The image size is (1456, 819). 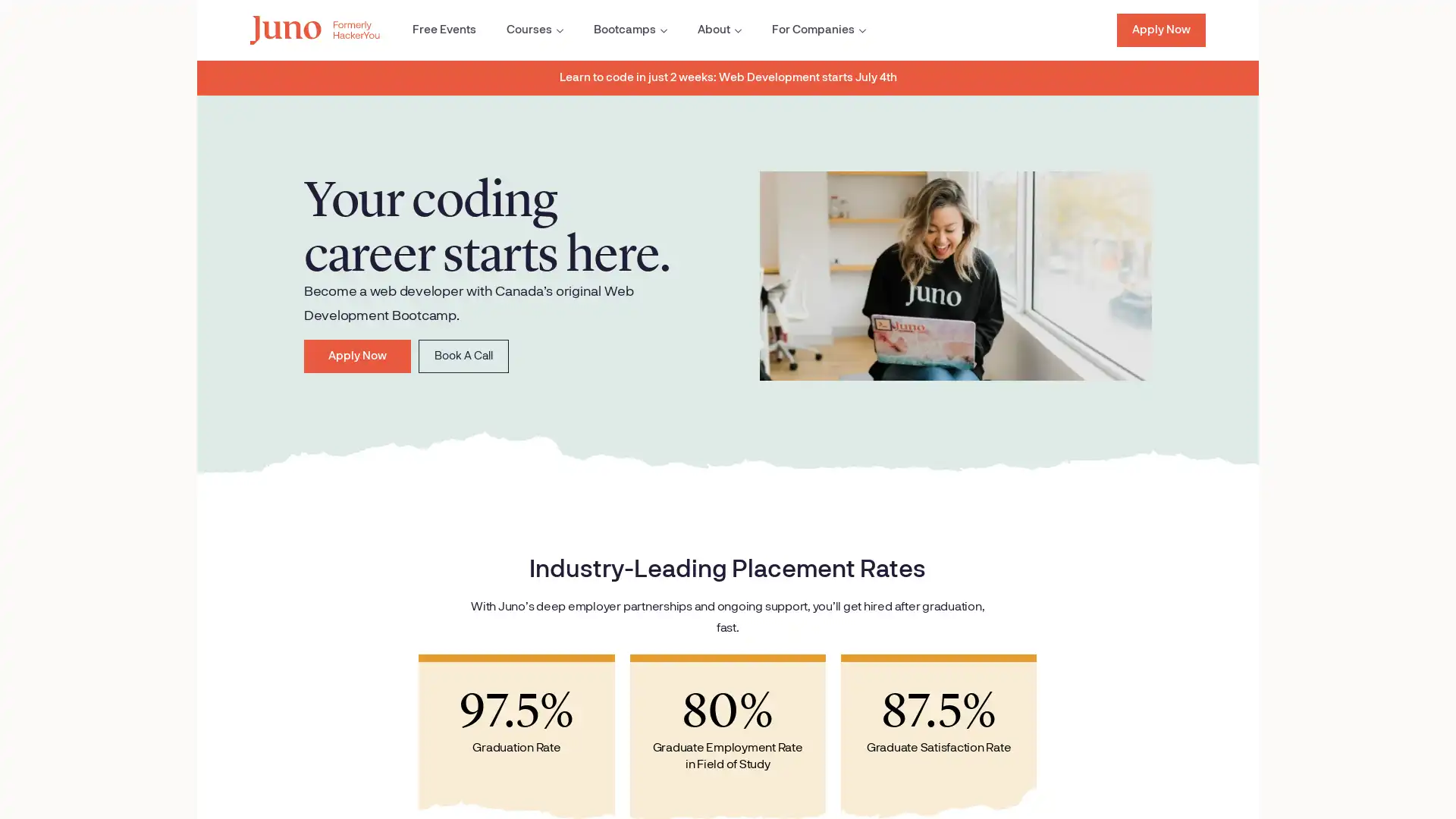 I want to click on Open the Courses sub menu., so click(x=521, y=30).